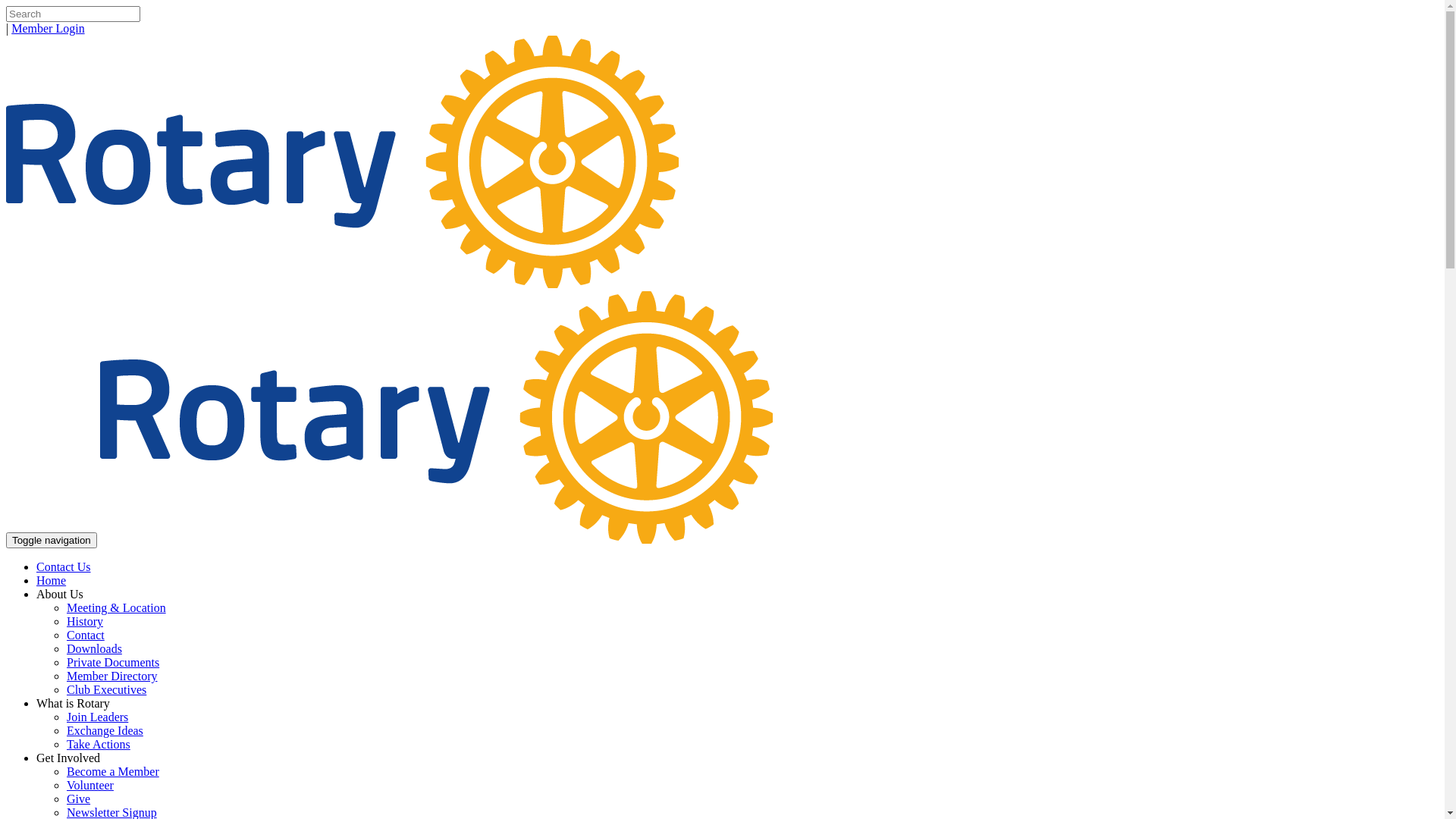 The height and width of the screenshot is (819, 1456). Describe the element at coordinates (83, 621) in the screenshot. I see `'History'` at that location.